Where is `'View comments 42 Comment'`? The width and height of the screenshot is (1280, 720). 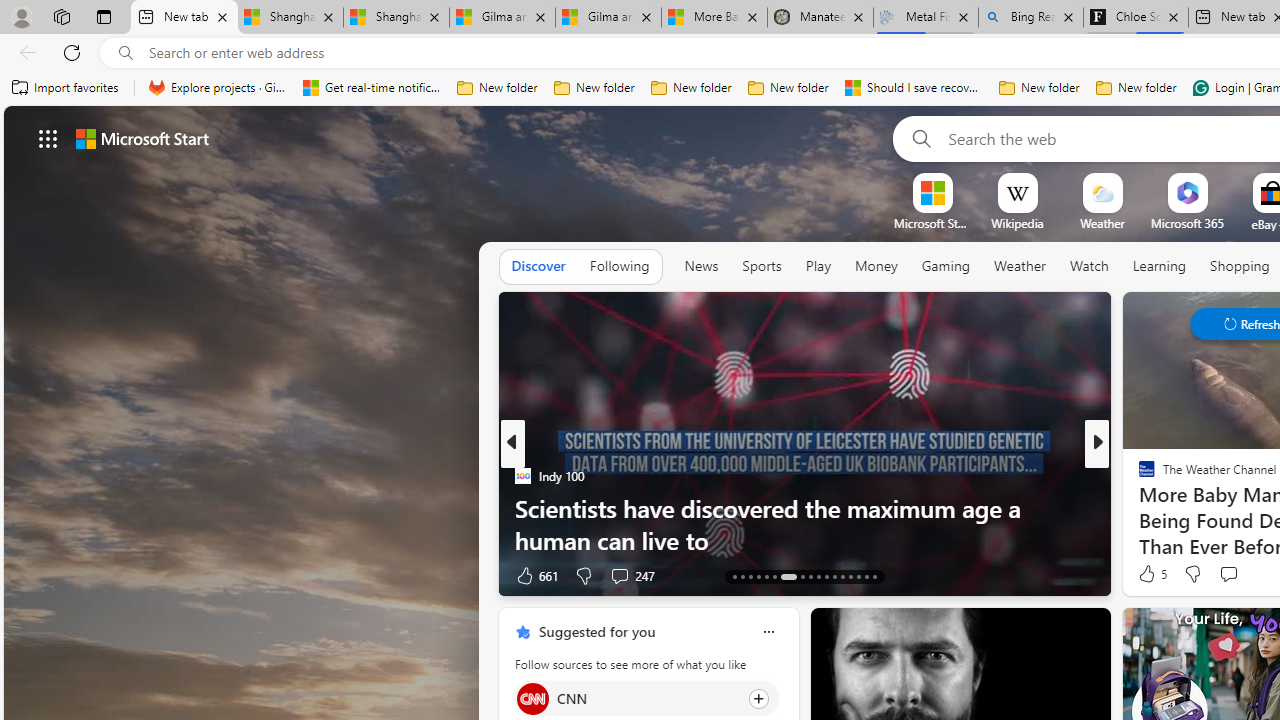
'View comments 42 Comment' is located at coordinates (11, 575).